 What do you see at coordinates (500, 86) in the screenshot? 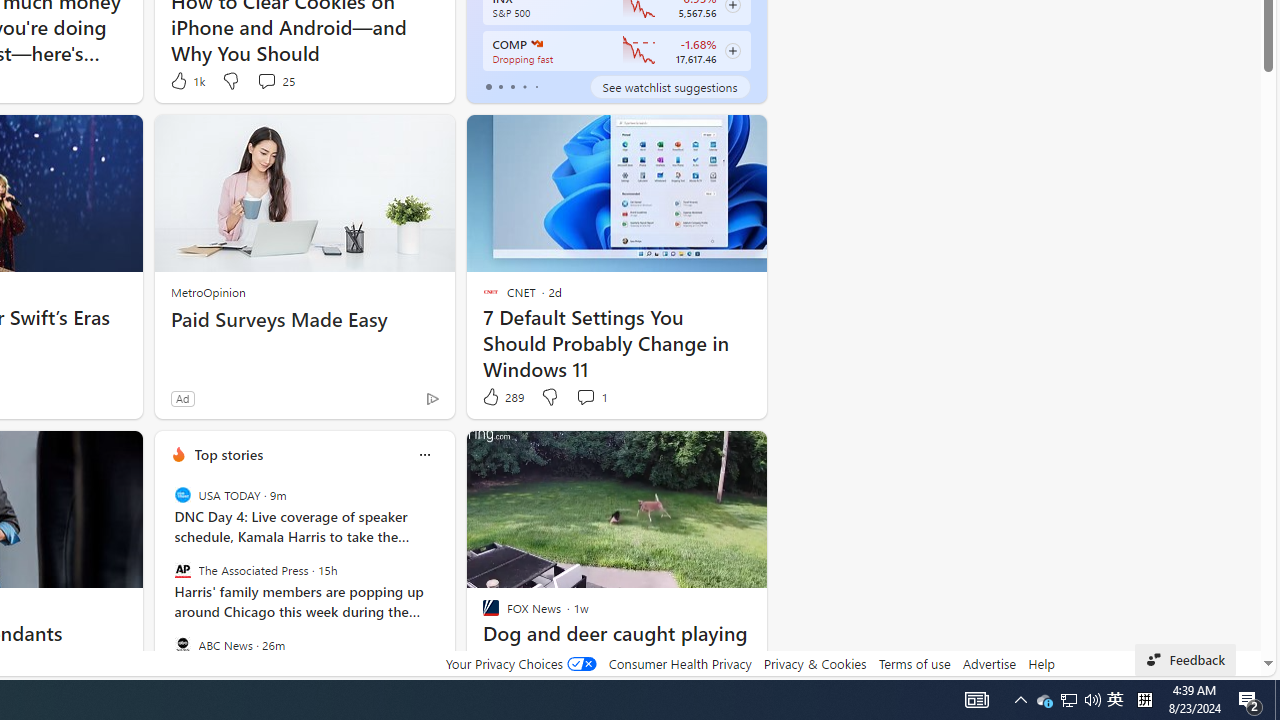
I see `'tab-1'` at bounding box center [500, 86].